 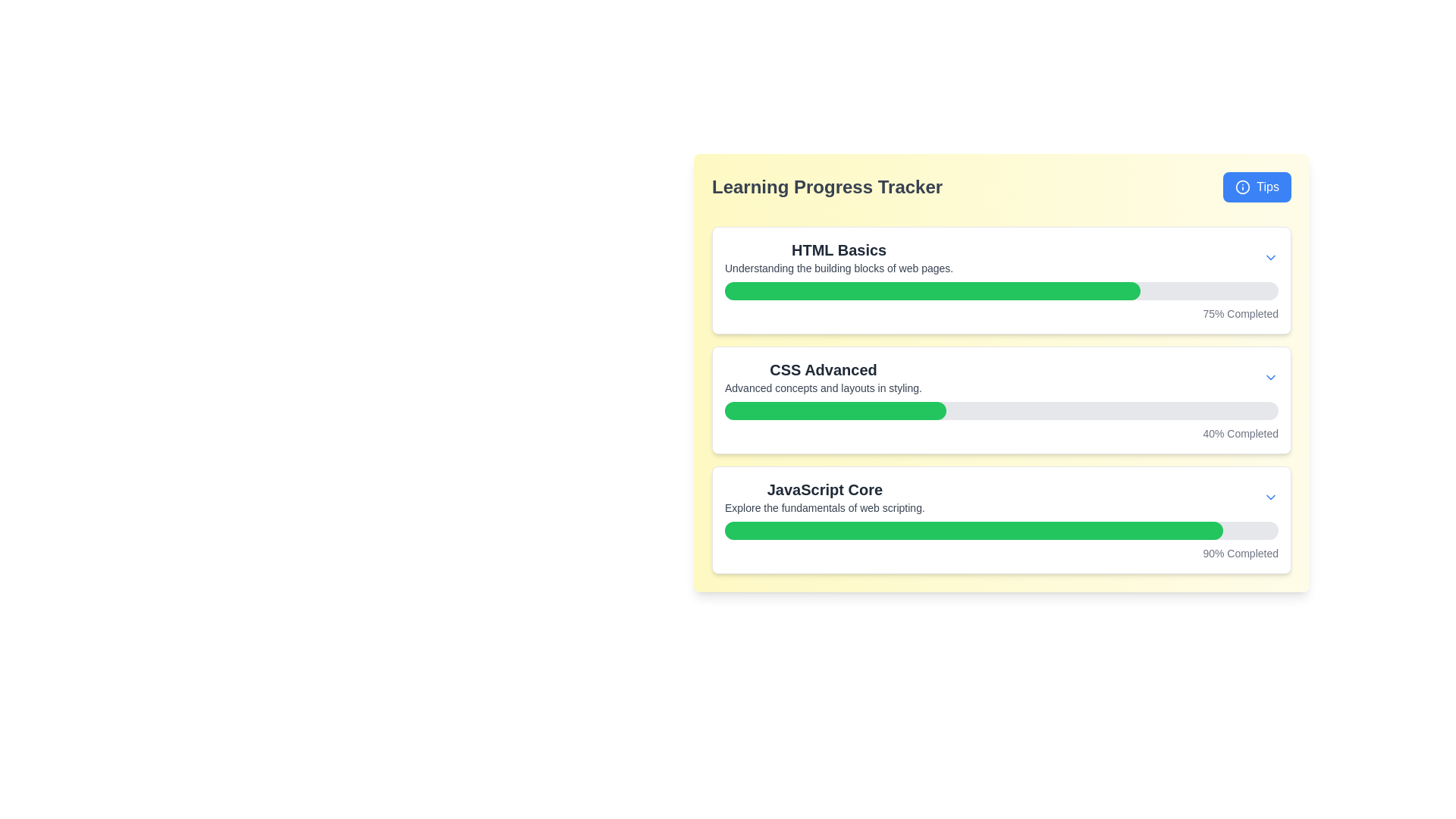 What do you see at coordinates (1270, 497) in the screenshot?
I see `the downward-pointing chevron icon, which is a blue SVG button located at the upper right corner of the 'JavaScript Core' card` at bounding box center [1270, 497].